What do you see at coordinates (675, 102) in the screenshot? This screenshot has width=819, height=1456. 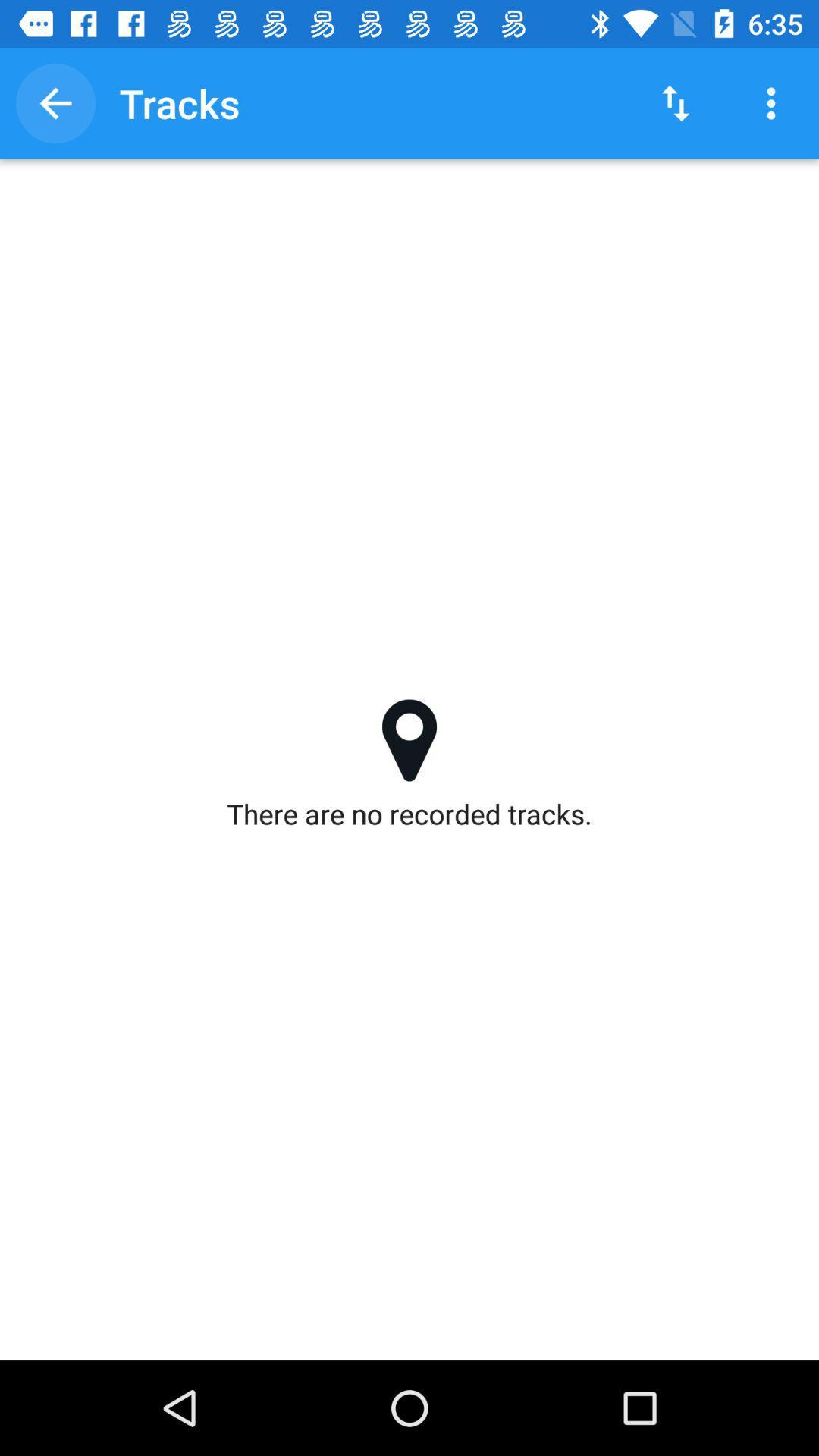 I see `the item next to tracks item` at bounding box center [675, 102].